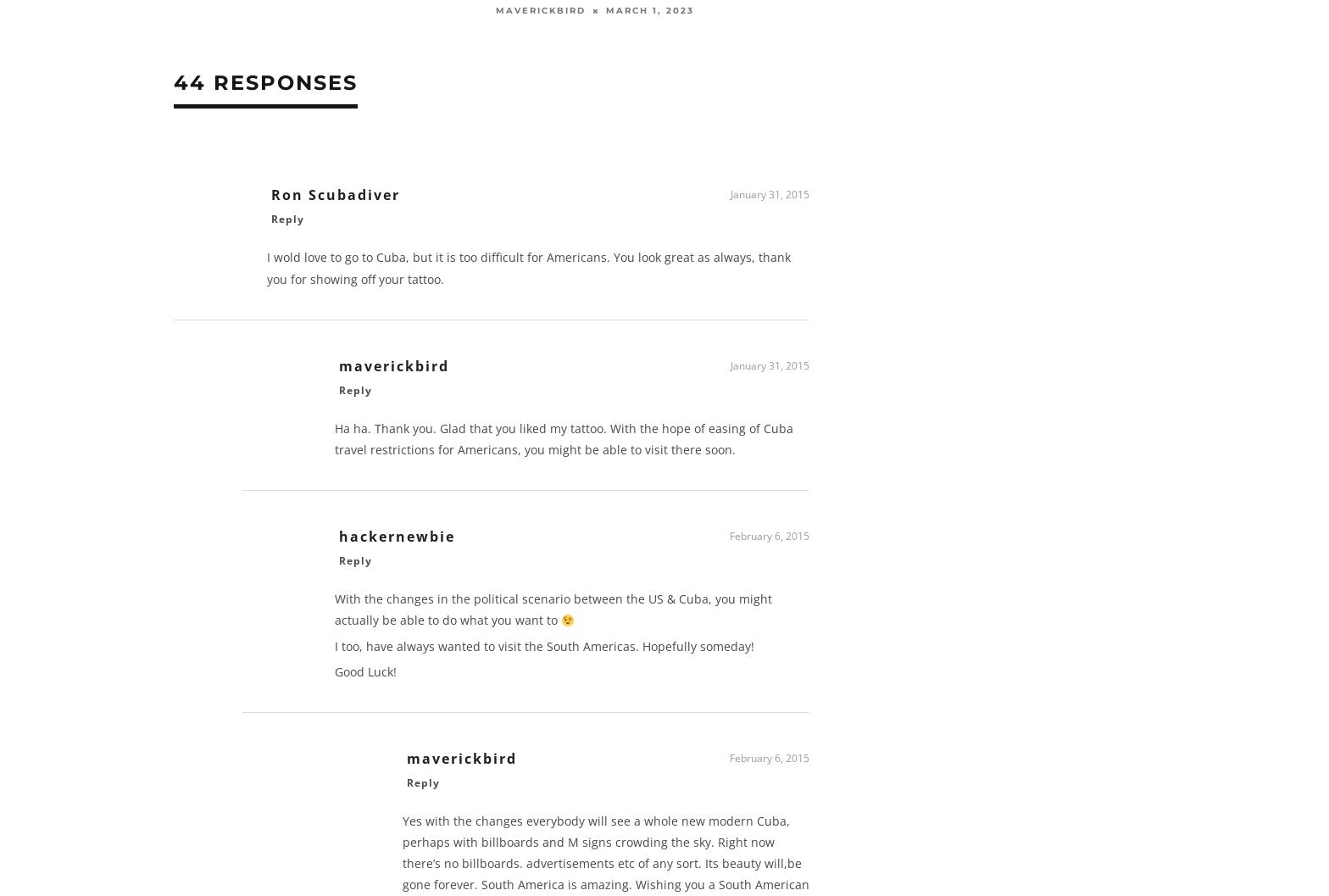 Image resolution: width=1329 pixels, height=896 pixels. What do you see at coordinates (564, 445) in the screenshot?
I see `'Ha ha. Thank you. Glad that you liked my tattoo. With the hope of easing of Cuba travel restrictions for Americans, you might be able to visit there soon.'` at bounding box center [564, 445].